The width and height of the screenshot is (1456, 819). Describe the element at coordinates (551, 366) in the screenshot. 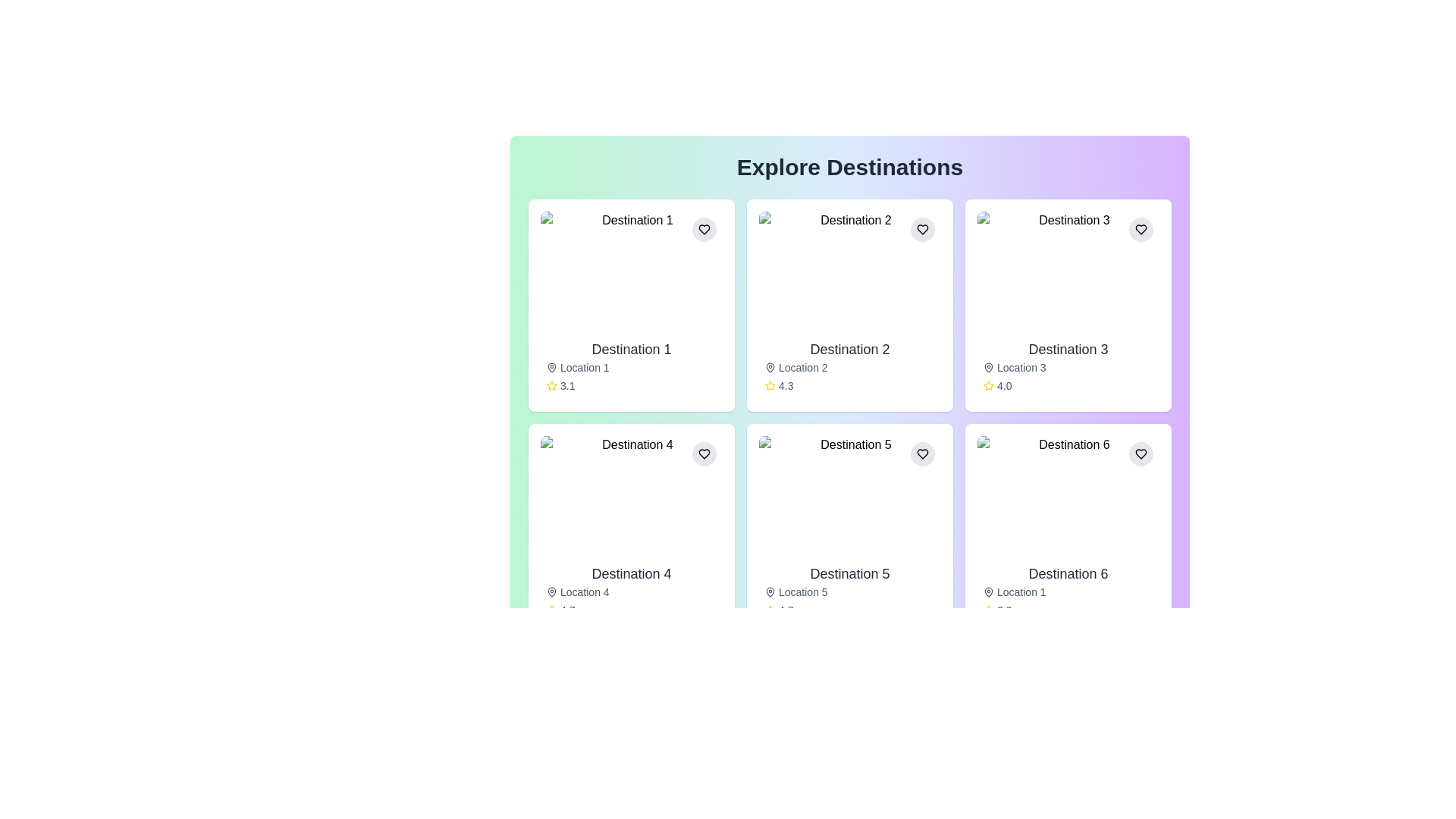

I see `the card containing the location icon, which is part of 'Destination 1' in the first column and first row of the grid layout, located to the left of 'Location 1'` at that location.